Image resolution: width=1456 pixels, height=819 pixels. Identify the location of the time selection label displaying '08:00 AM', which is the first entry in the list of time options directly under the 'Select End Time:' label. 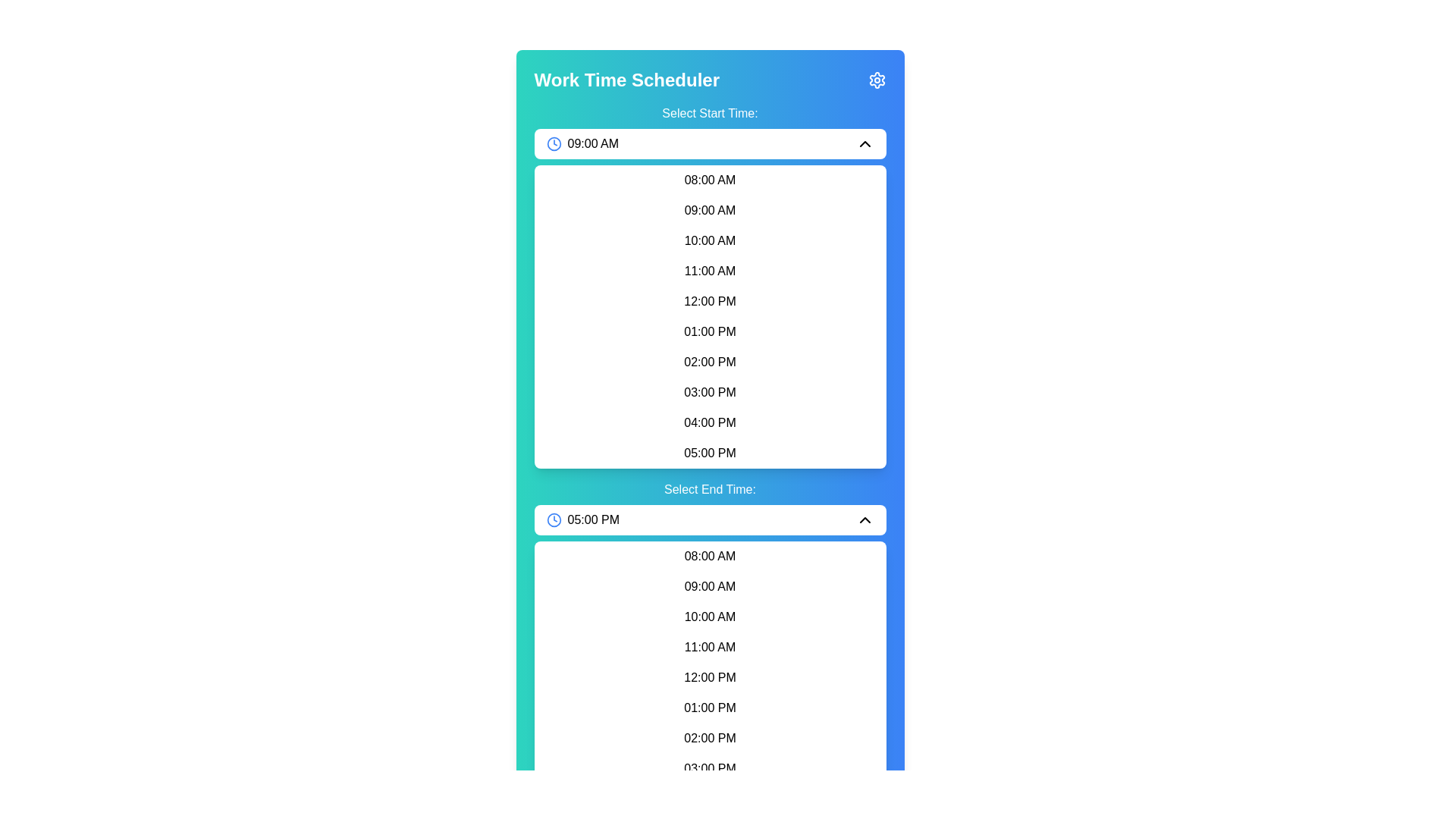
(709, 556).